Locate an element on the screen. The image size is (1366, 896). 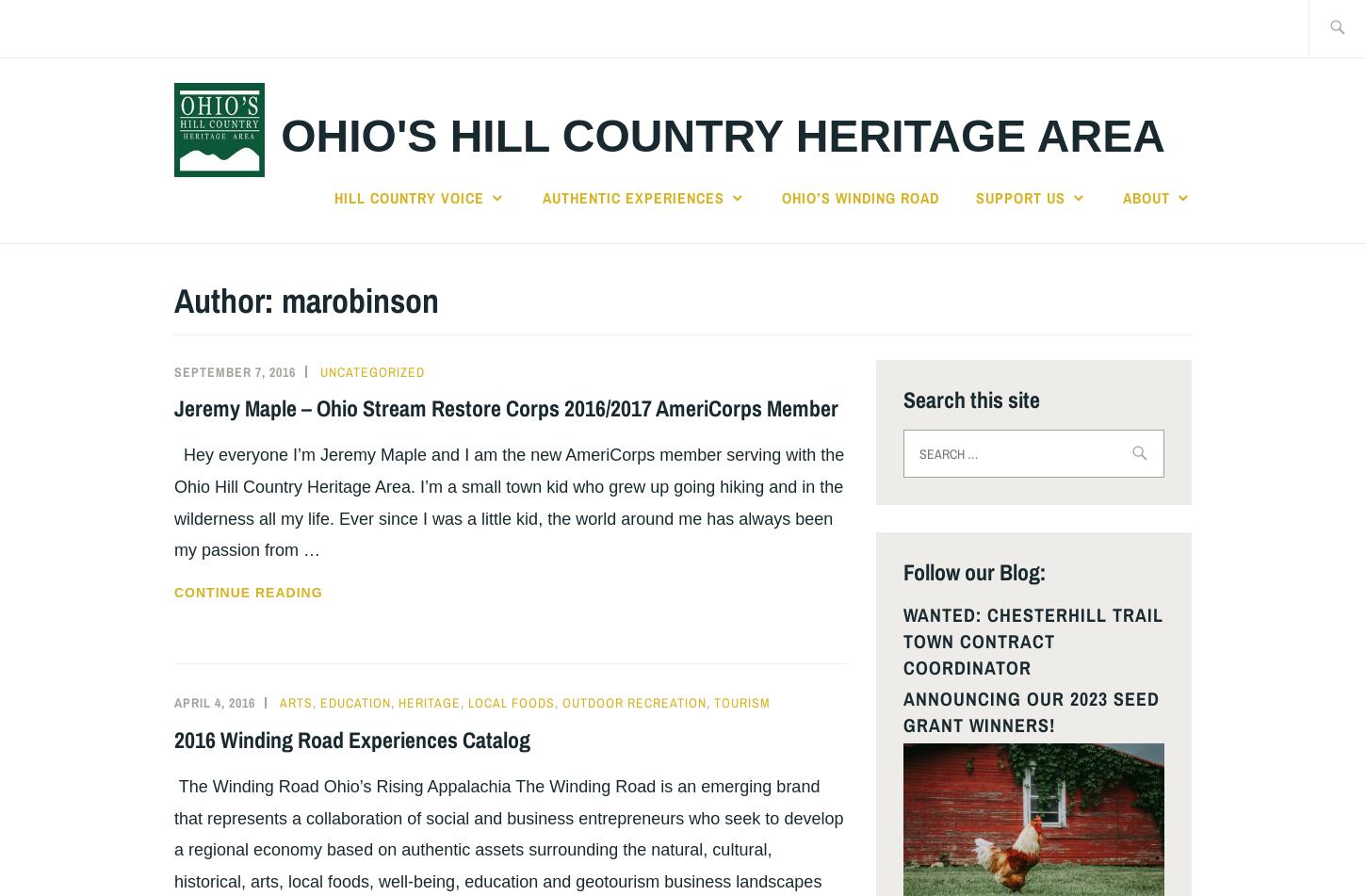
'Continue reading' is located at coordinates (248, 591).